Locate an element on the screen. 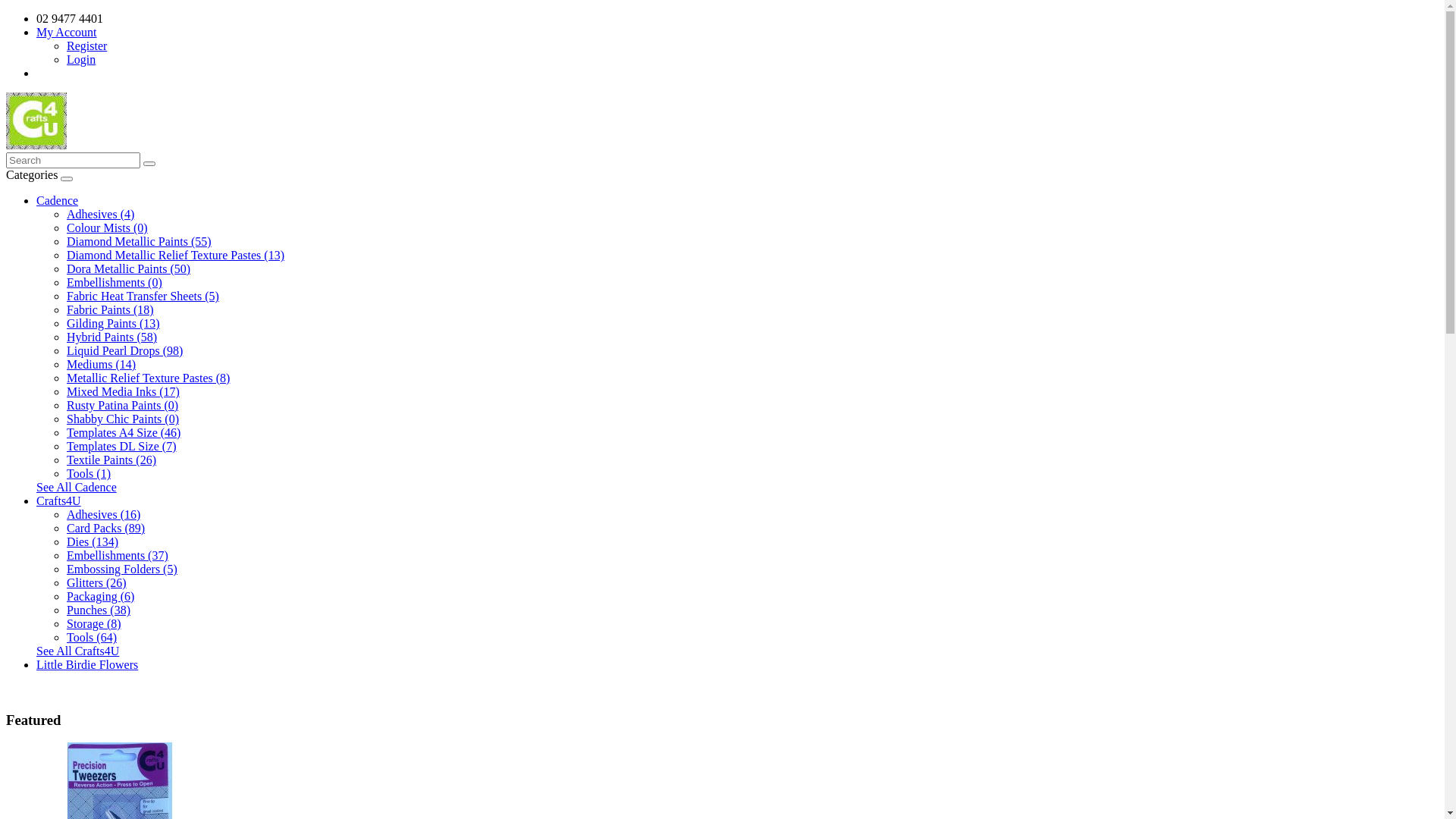  'Embossing Folders (5)' is located at coordinates (122, 569).